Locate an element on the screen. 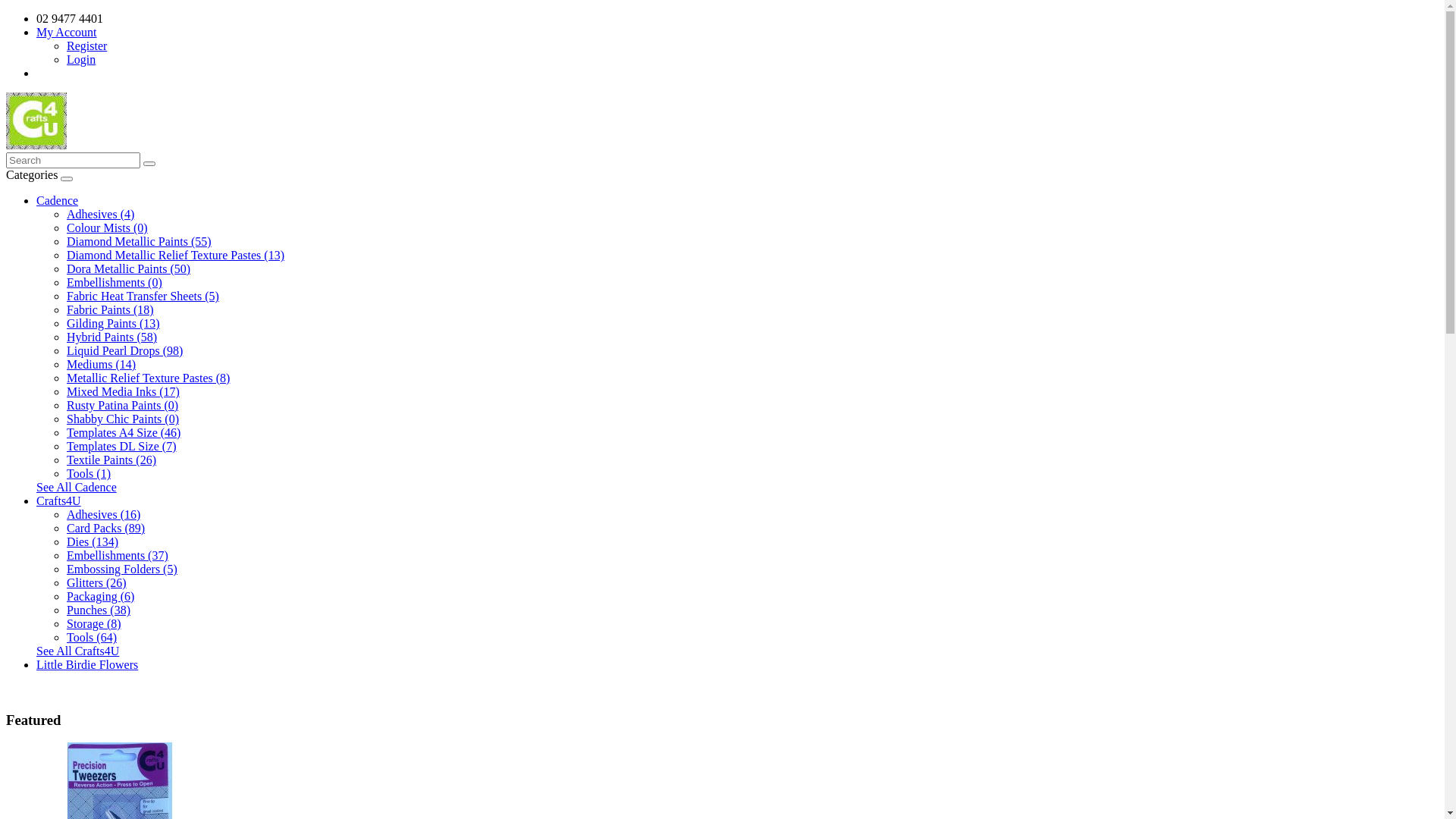  'Embossing Folders (5)' is located at coordinates (122, 569).